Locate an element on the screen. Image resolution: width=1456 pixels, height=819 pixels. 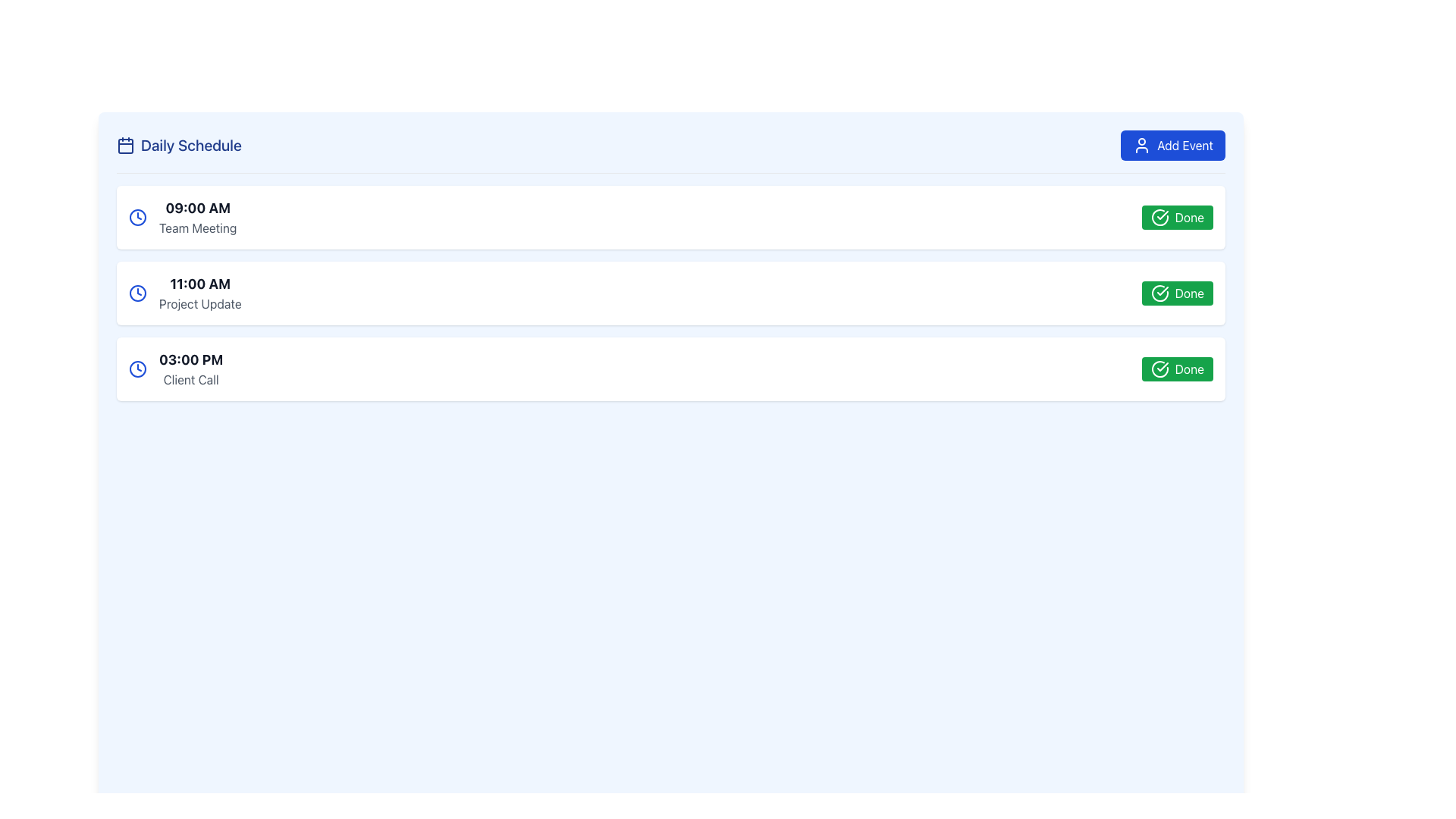
the 'Client Call' text label, which is styled in gray and positioned below the '03:00 PM' label in the schedule list is located at coordinates (190, 379).